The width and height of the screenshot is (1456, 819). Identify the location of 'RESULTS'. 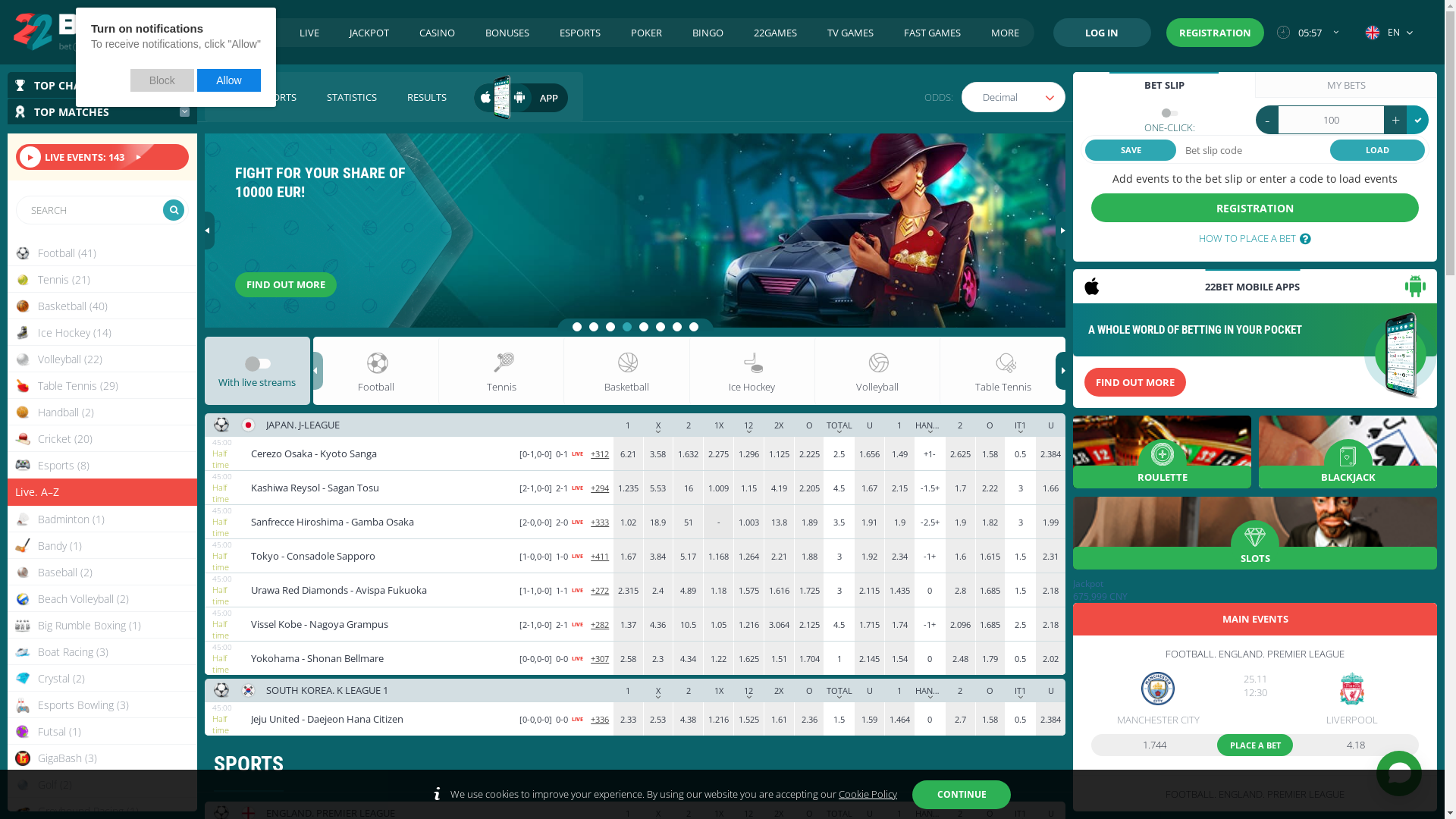
(425, 96).